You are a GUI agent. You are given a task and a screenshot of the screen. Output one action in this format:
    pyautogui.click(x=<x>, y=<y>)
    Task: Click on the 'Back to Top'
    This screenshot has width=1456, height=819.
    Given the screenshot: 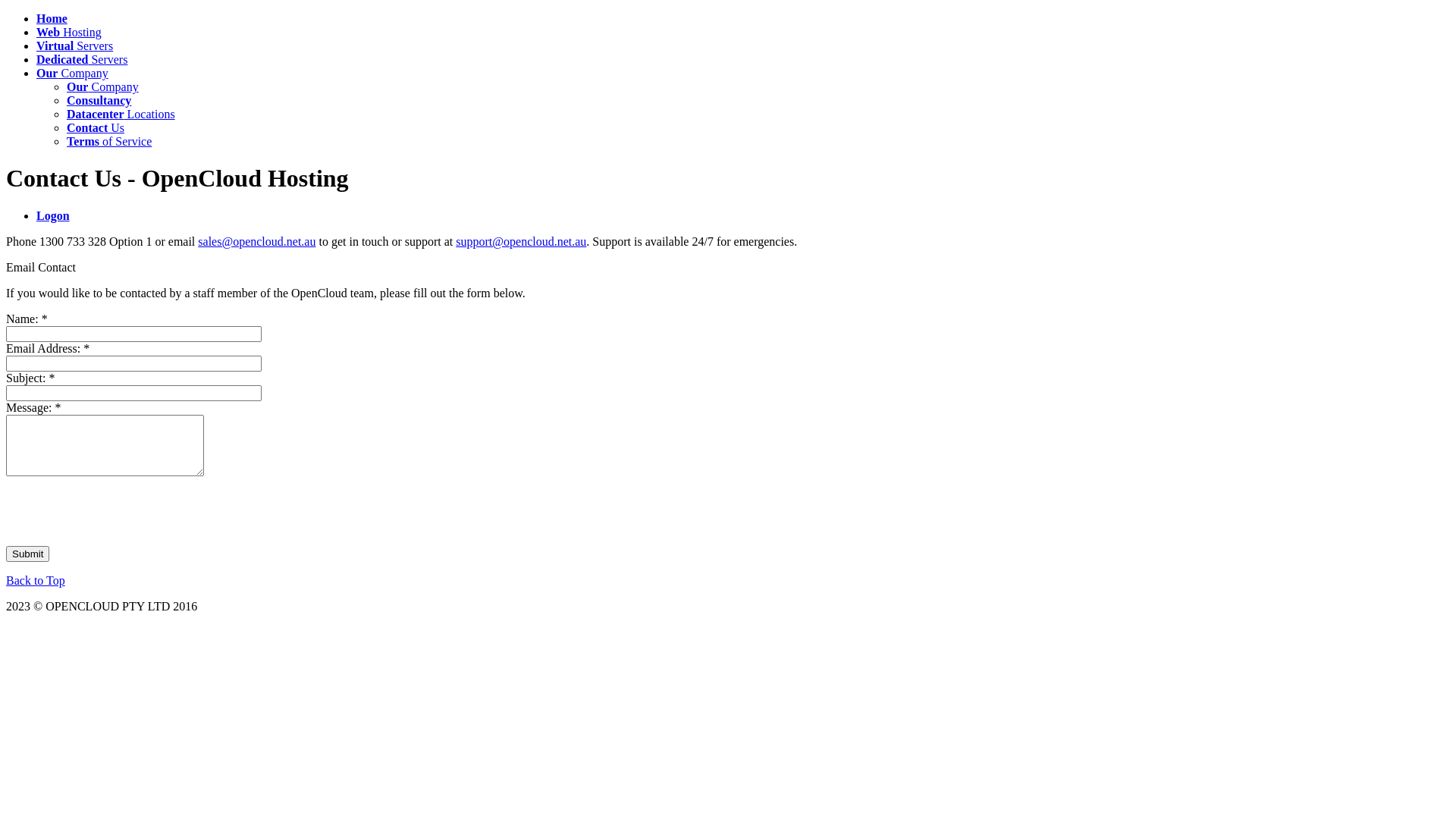 What is the action you would take?
    pyautogui.click(x=6, y=580)
    